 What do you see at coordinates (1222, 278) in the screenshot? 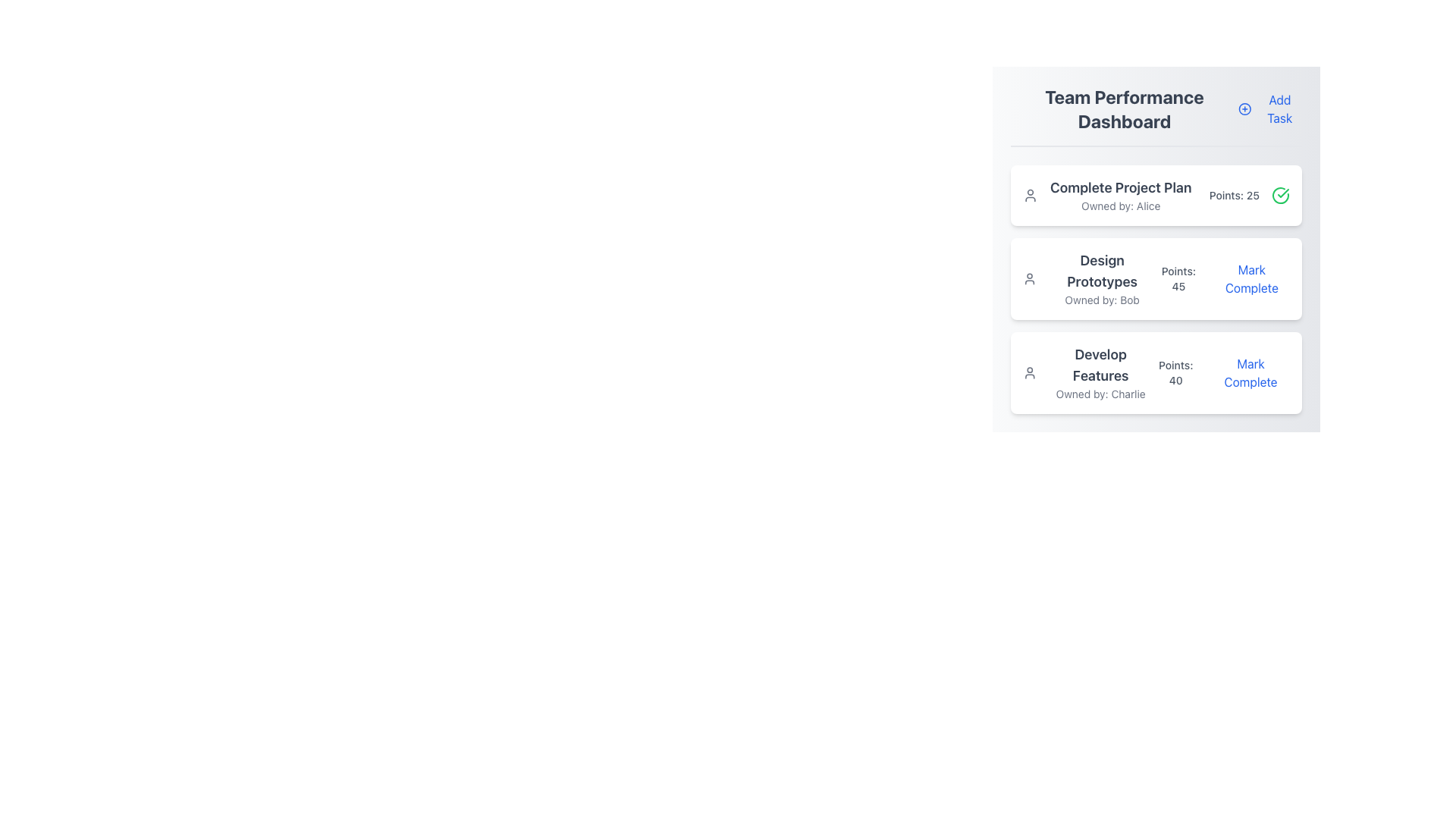
I see `the 'Mark Complete' text in the 'Design Prototypes' card owned by Bob` at bounding box center [1222, 278].